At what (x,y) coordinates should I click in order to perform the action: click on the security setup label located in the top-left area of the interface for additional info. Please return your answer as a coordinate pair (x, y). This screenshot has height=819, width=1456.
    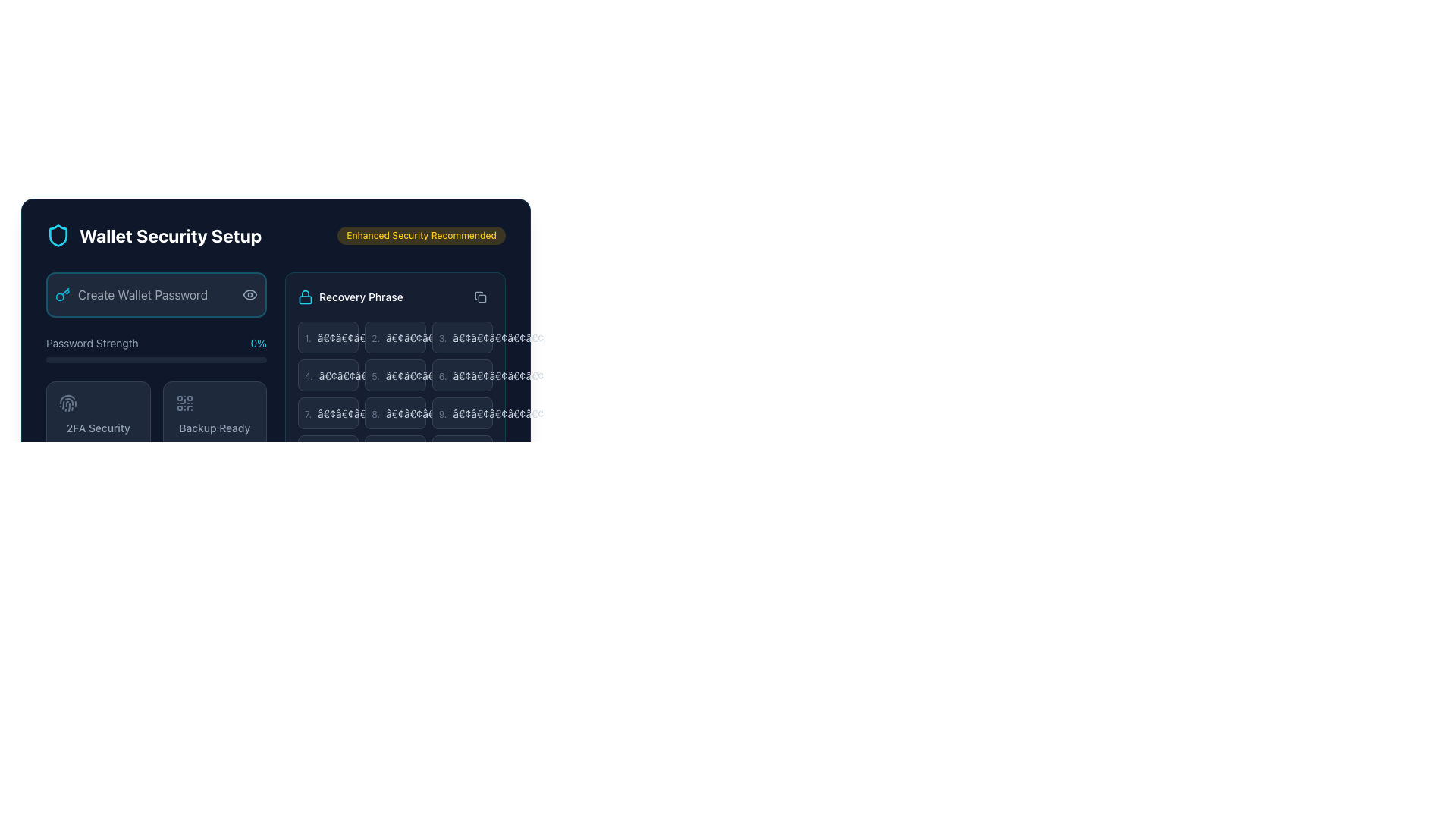
    Looking at the image, I should click on (154, 236).